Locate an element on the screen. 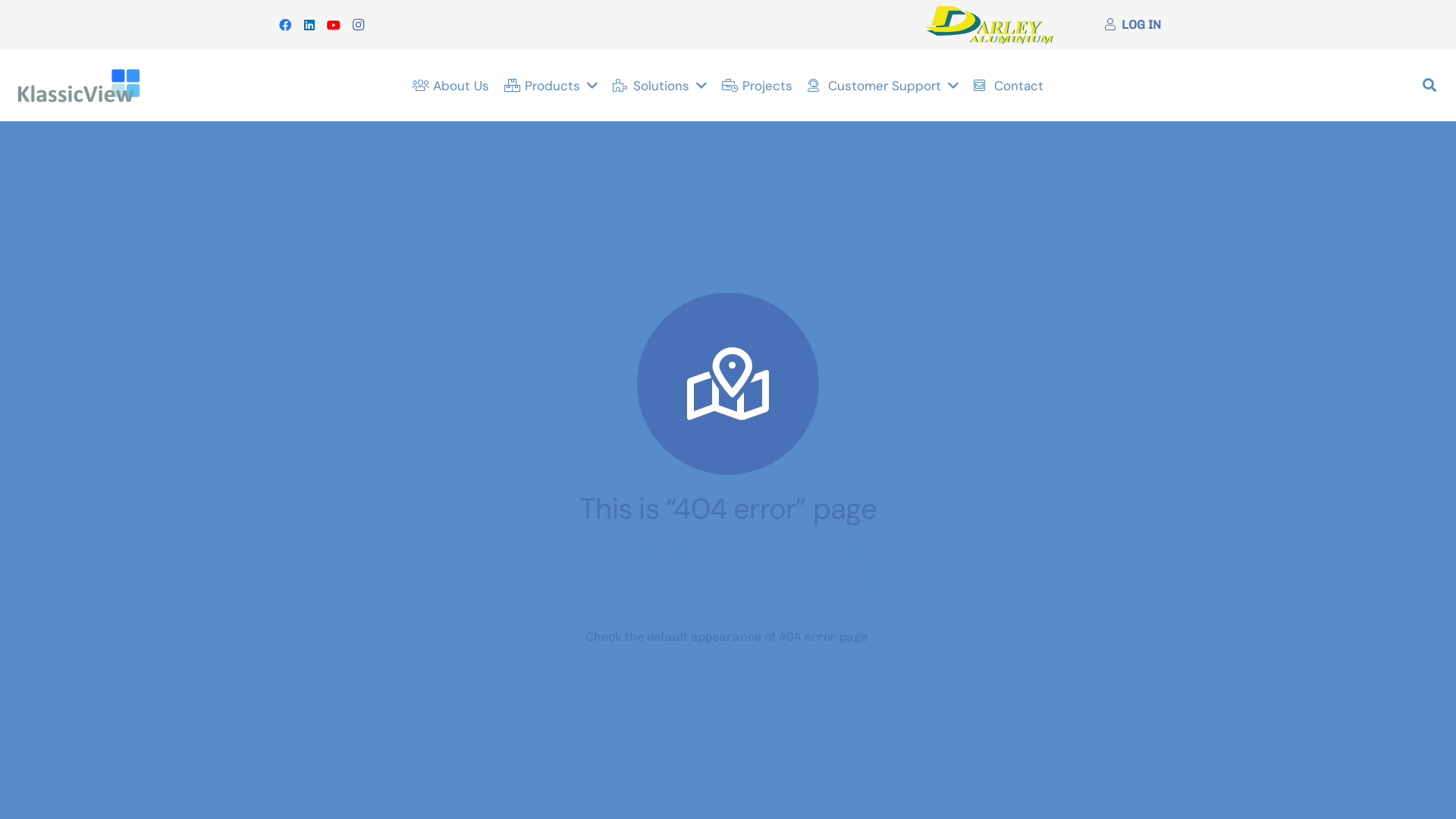 The image size is (1456, 819). 'LOG IN' is located at coordinates (1132, 24).